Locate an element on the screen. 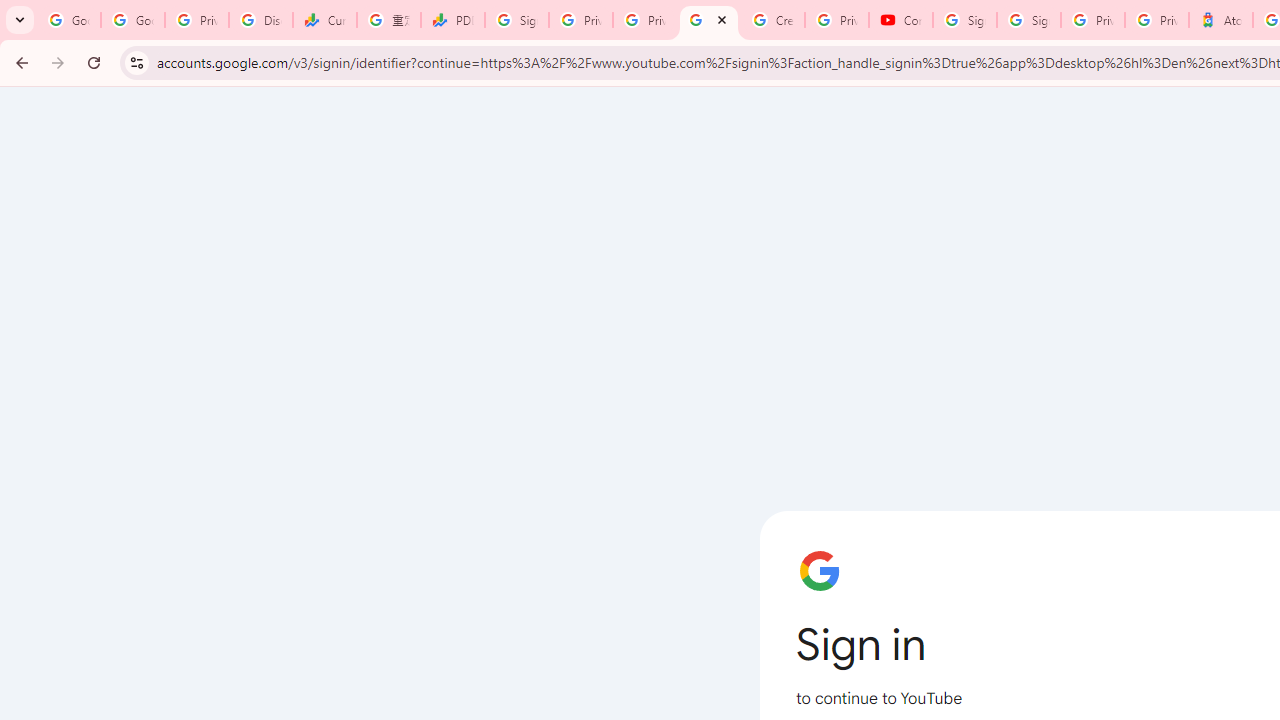  'Atour Hotel - Google hotels' is located at coordinates (1220, 20).